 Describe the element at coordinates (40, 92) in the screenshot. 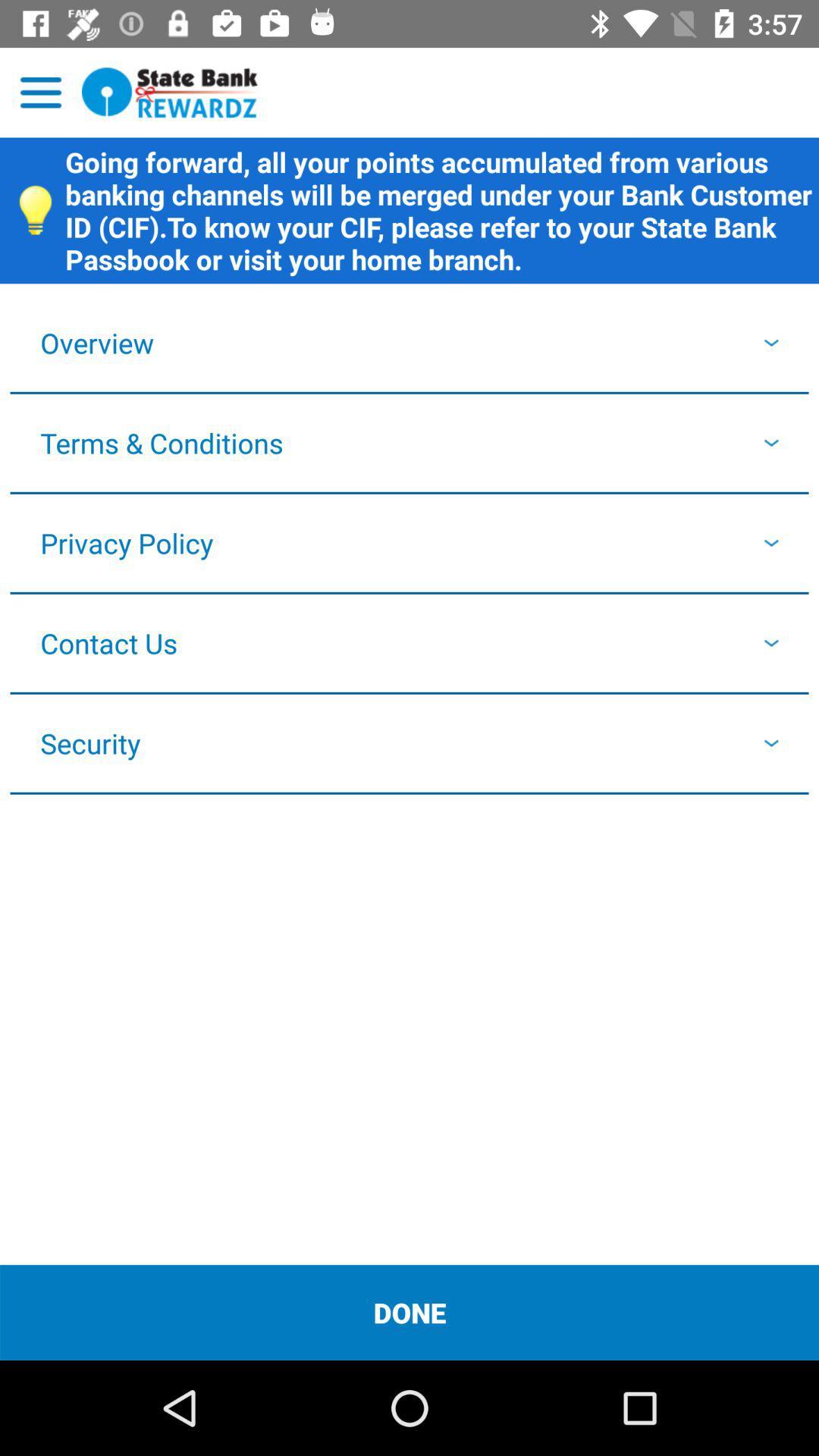

I see `menu` at that location.